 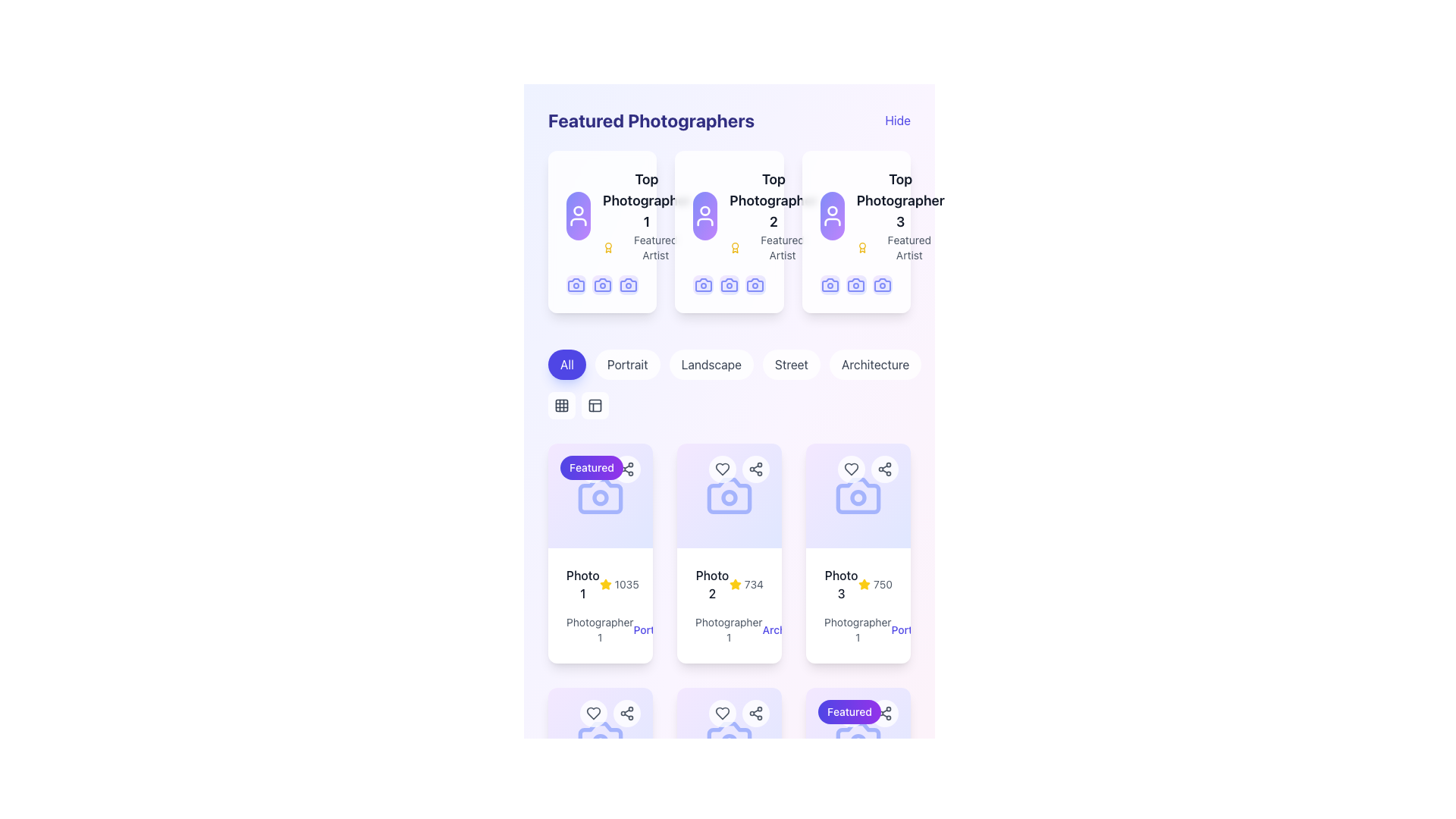 What do you see at coordinates (655, 247) in the screenshot?
I see `the text label reading 'Featured Artist', which is styled in gray and positioned below 'Top Photographer 1' within the featured card layout` at bounding box center [655, 247].